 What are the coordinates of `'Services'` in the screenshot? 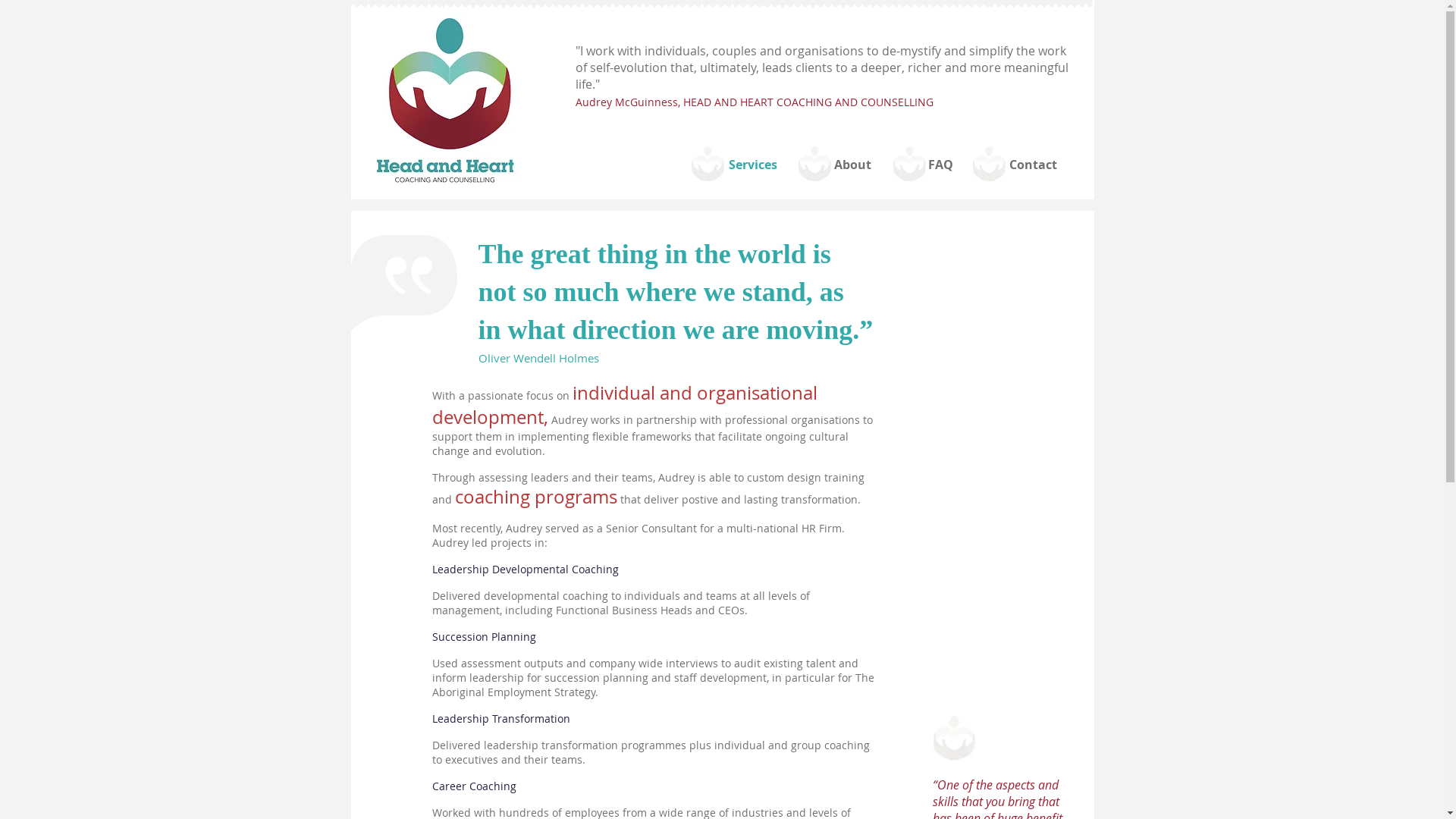 It's located at (753, 165).